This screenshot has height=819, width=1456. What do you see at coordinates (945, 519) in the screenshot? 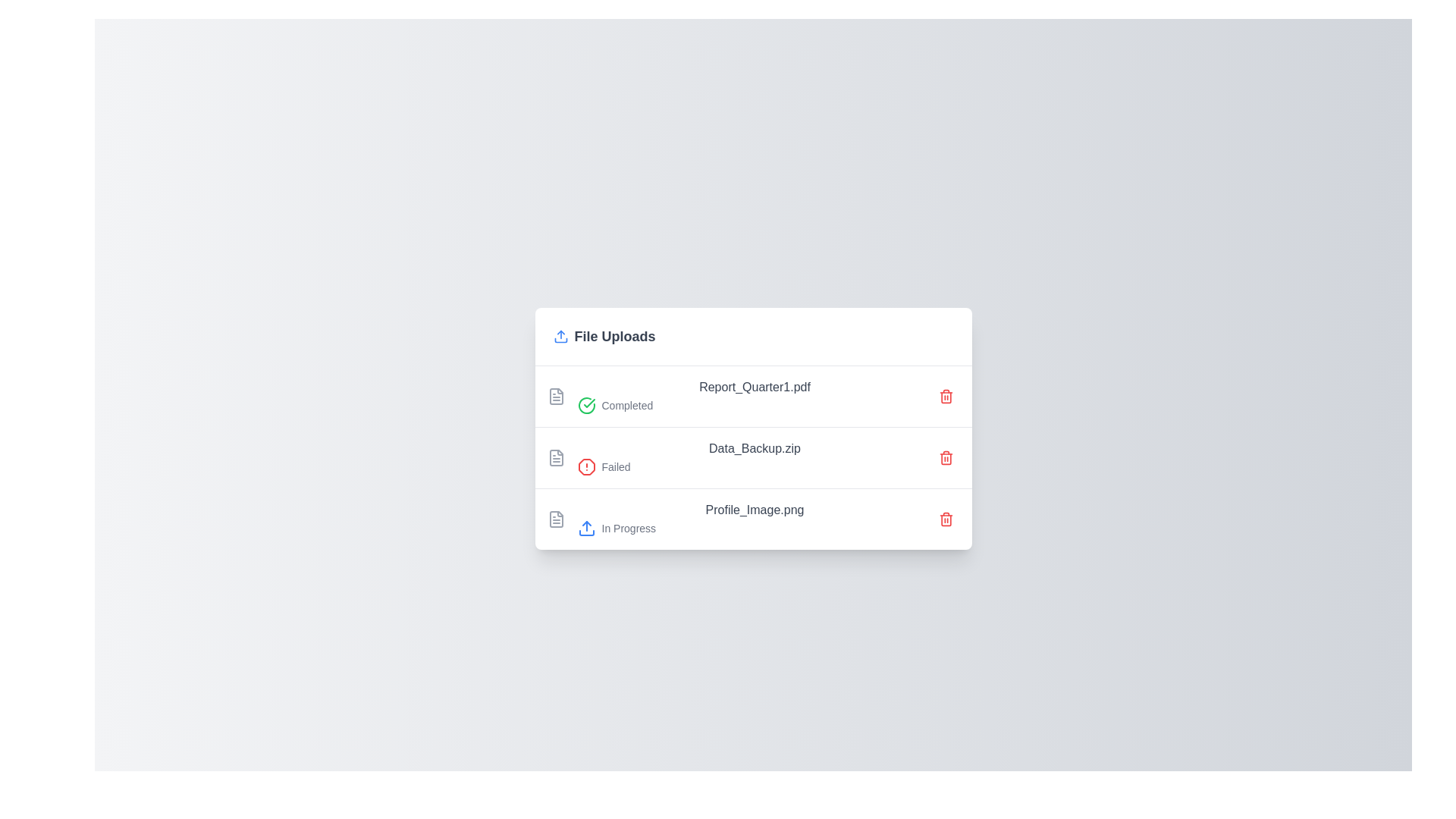
I see `the main body of the trash can icon, which represents the delete action, to initiate deletion` at bounding box center [945, 519].